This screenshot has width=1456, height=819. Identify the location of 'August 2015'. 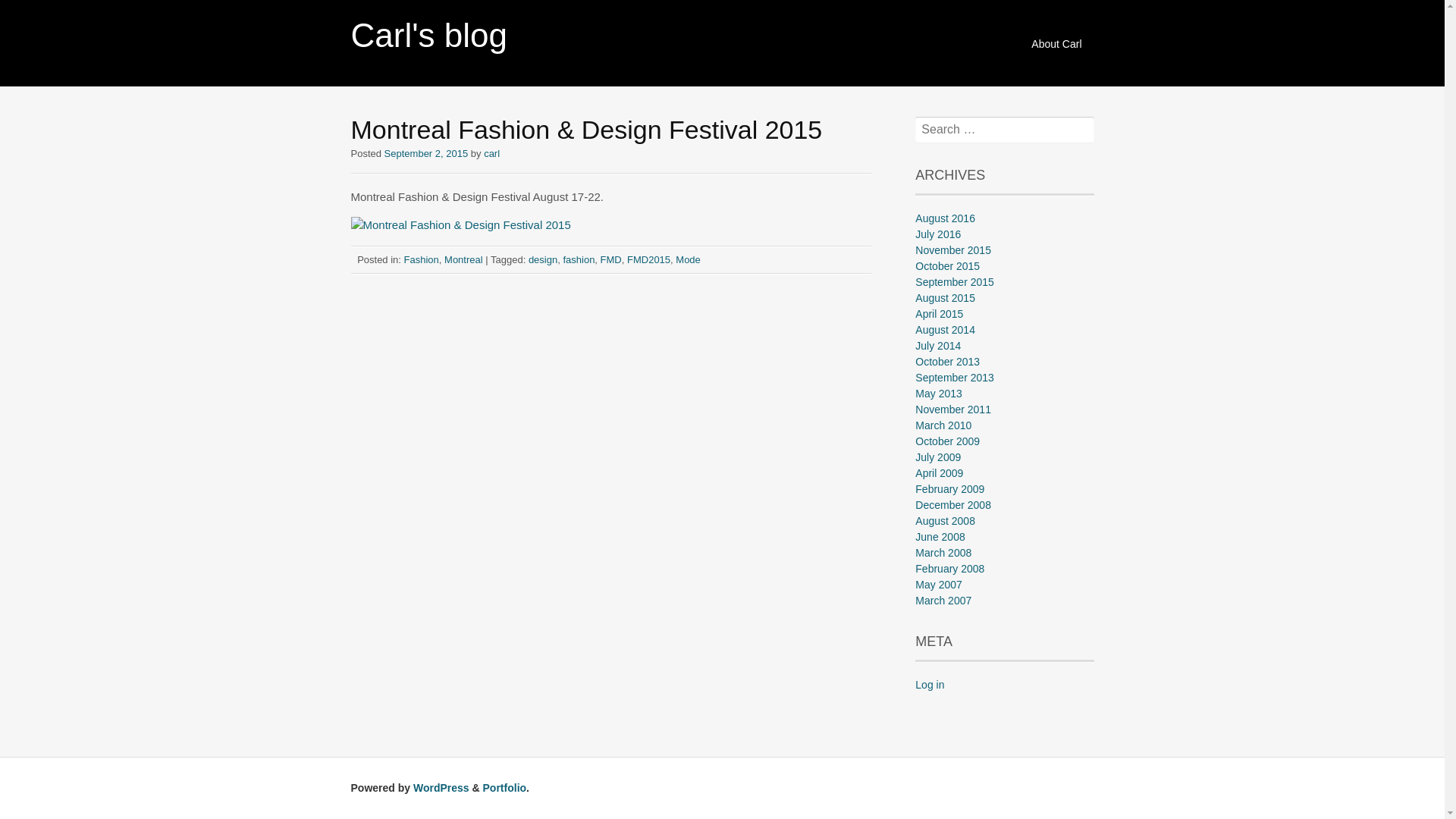
(914, 298).